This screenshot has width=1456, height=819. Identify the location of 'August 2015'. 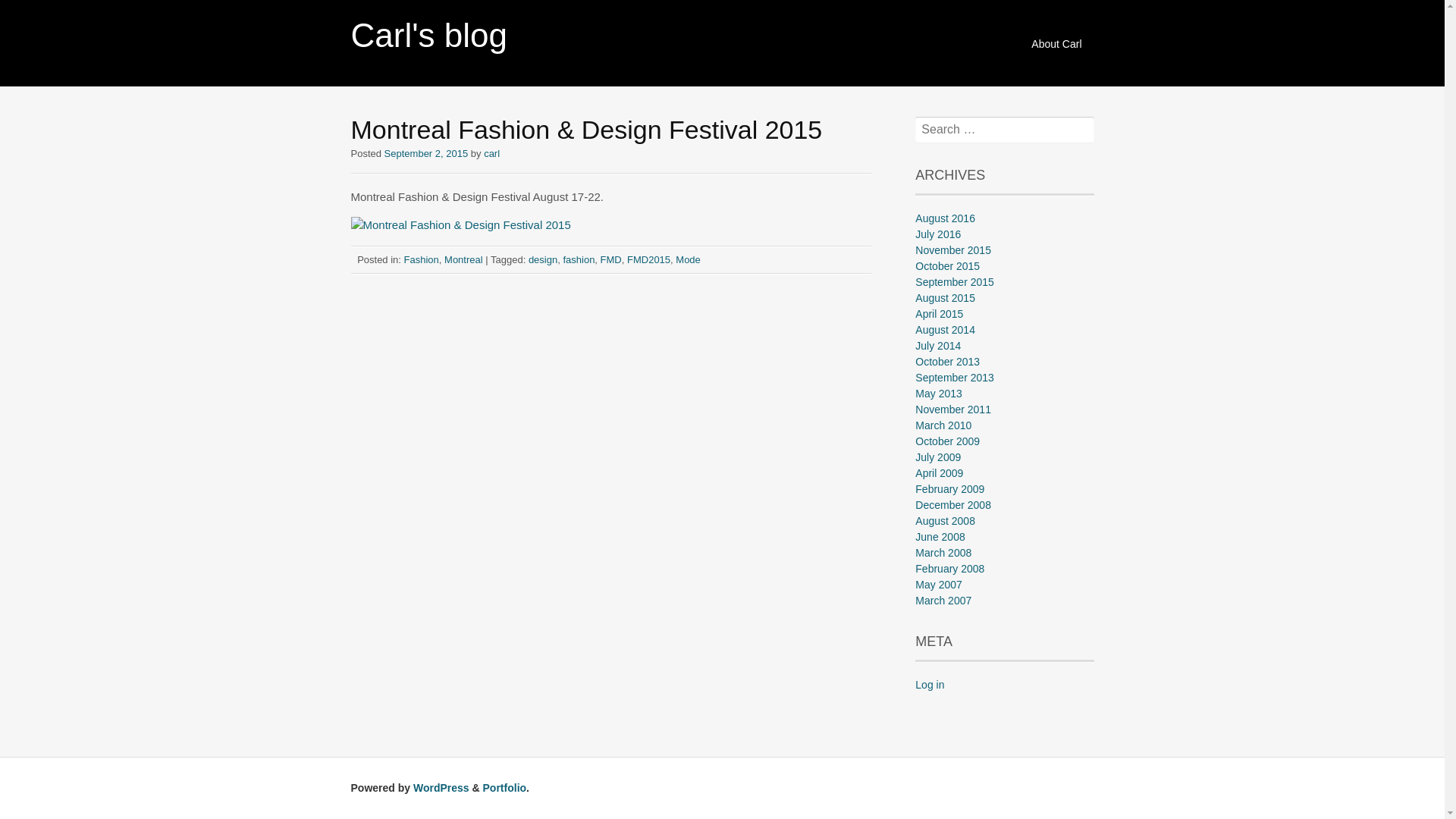
(914, 298).